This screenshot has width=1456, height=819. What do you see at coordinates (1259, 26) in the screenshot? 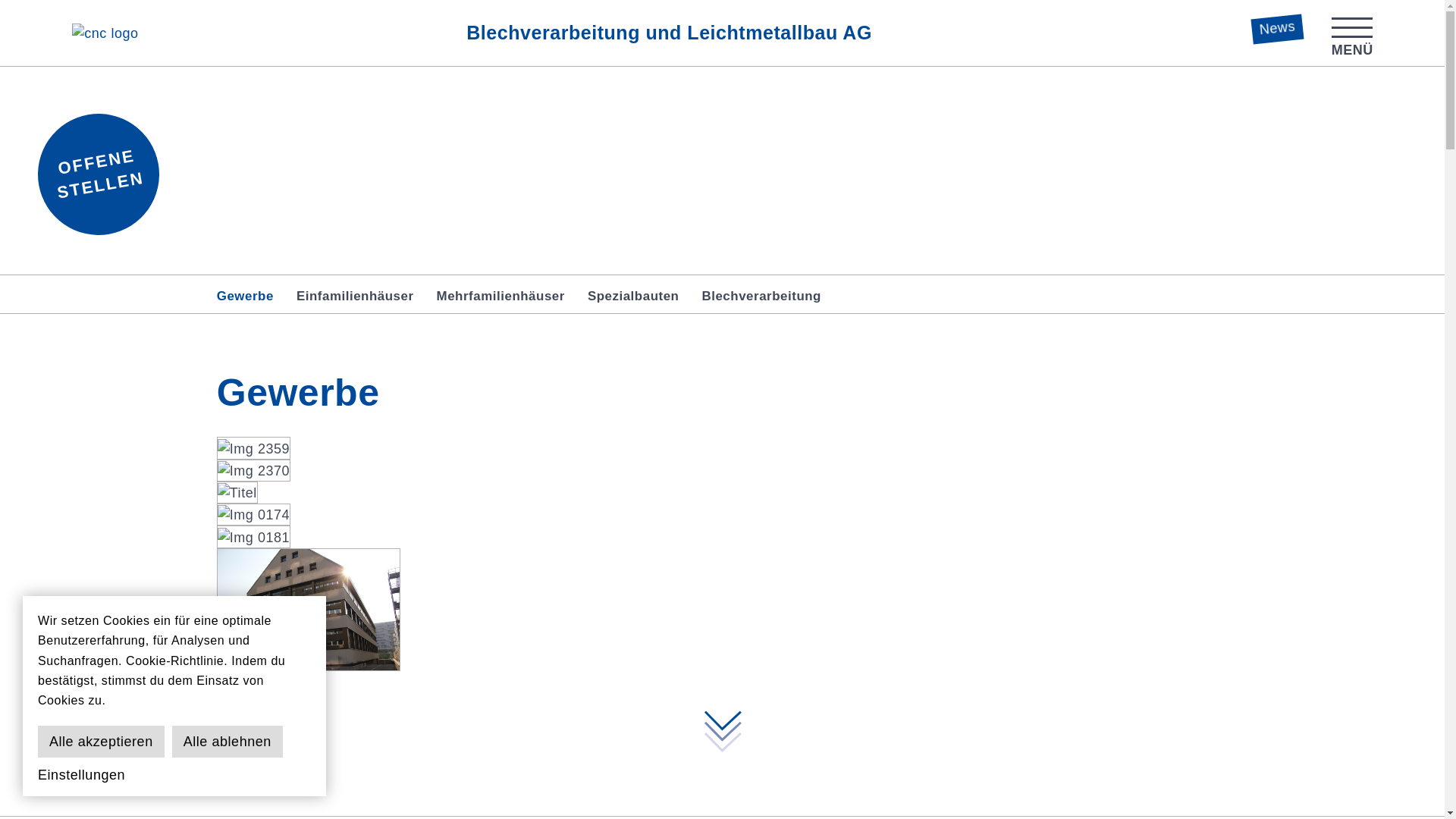
I see `'News'` at bounding box center [1259, 26].